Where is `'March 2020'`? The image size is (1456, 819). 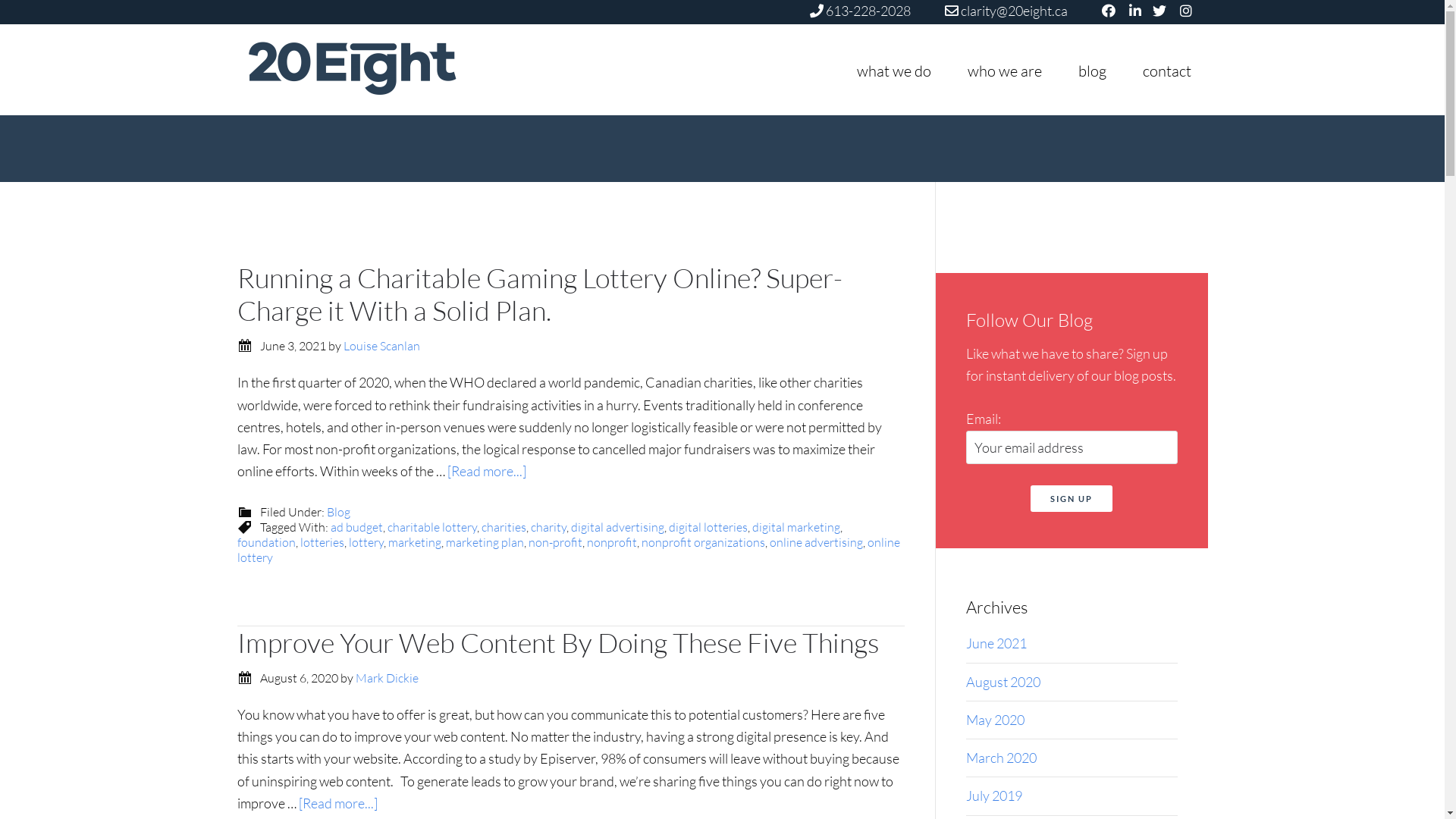
'March 2020' is located at coordinates (1001, 758).